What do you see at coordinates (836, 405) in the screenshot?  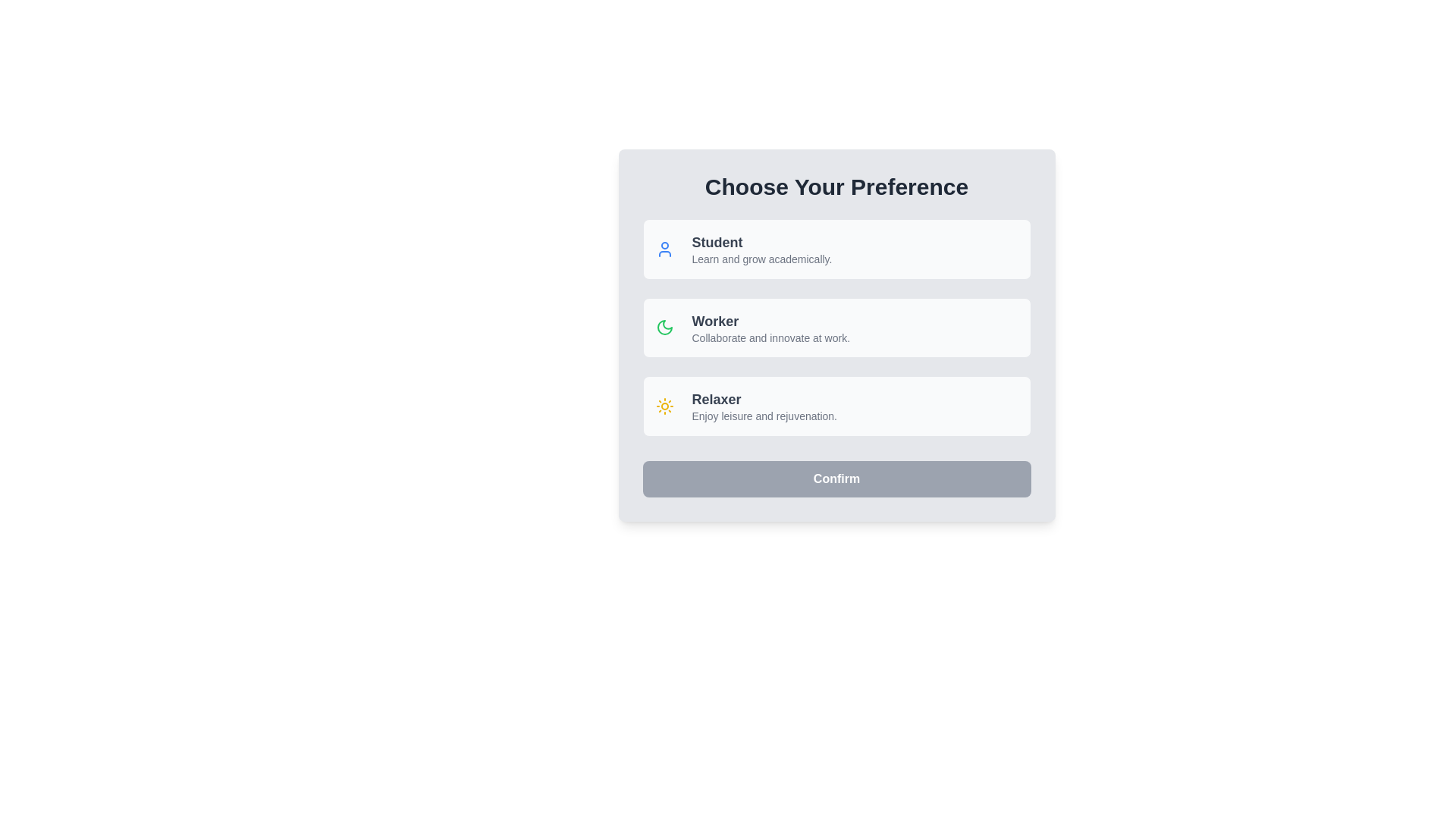 I see `the 'Relaxer' clickable card using keyboard navigation` at bounding box center [836, 405].